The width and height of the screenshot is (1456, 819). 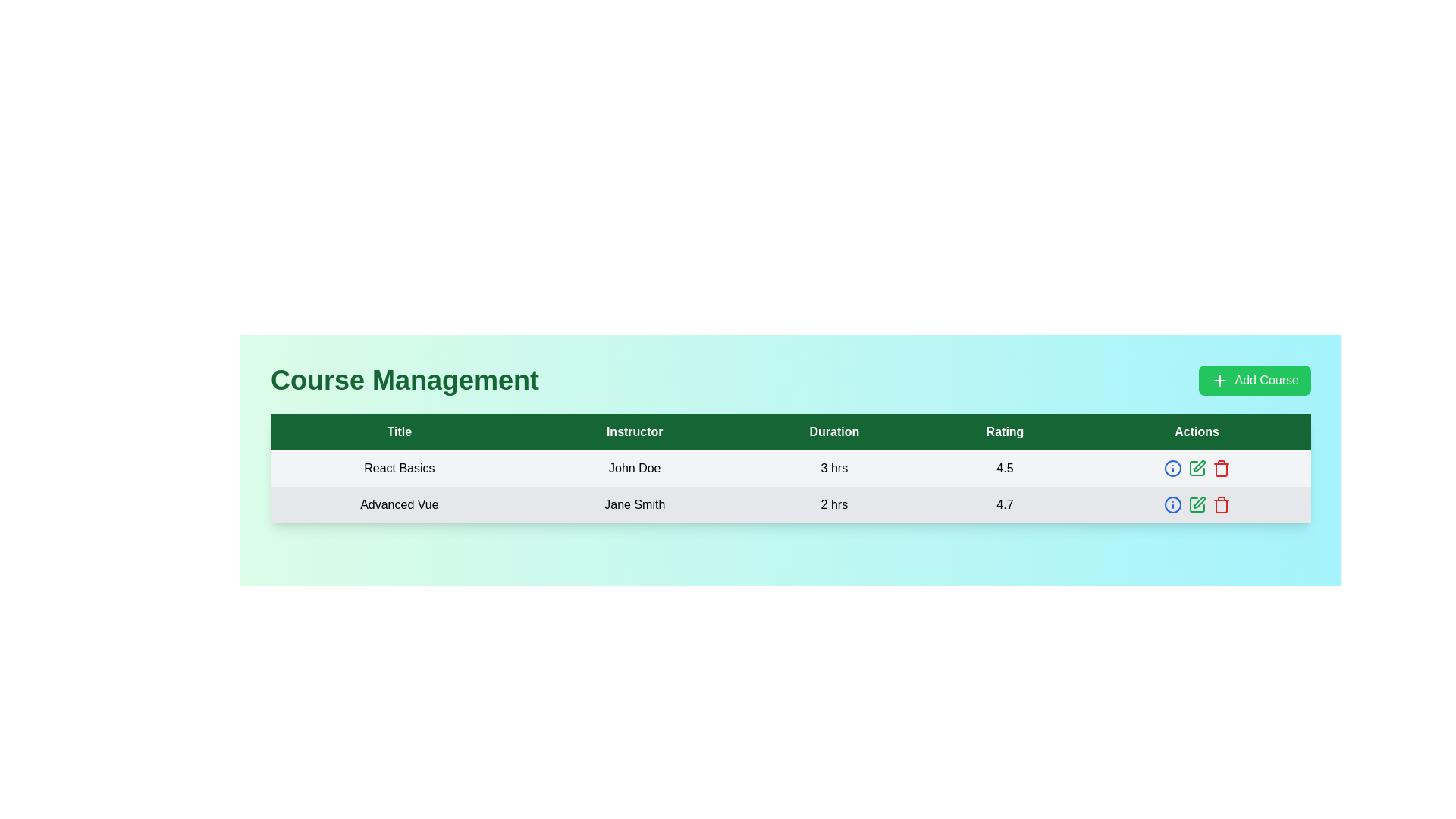 I want to click on the 'Add Course' button, which features a small SVG plus icon on its left, so click(x=1219, y=379).